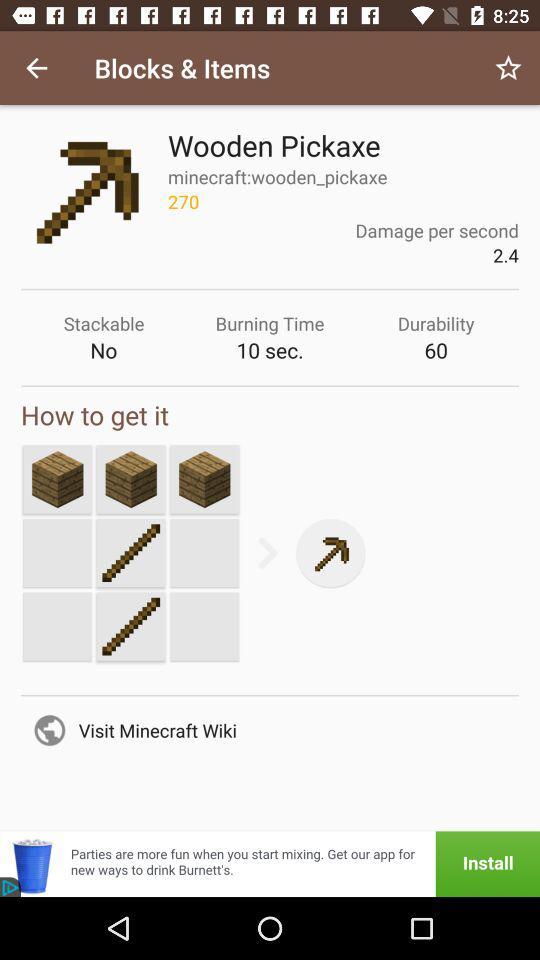 This screenshot has width=540, height=960. I want to click on install the app, so click(270, 863).